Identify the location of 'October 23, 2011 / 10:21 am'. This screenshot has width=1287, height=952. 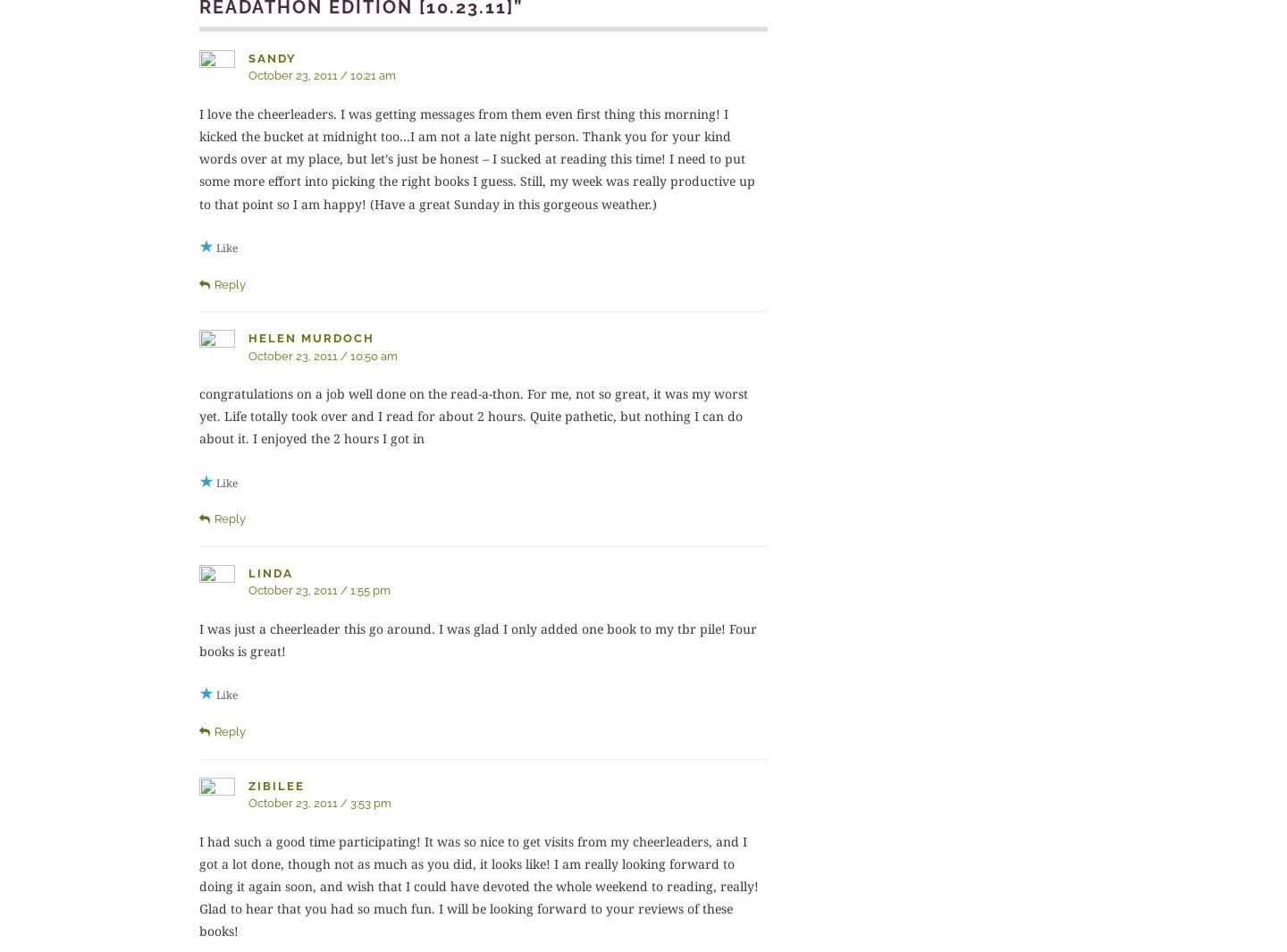
(248, 74).